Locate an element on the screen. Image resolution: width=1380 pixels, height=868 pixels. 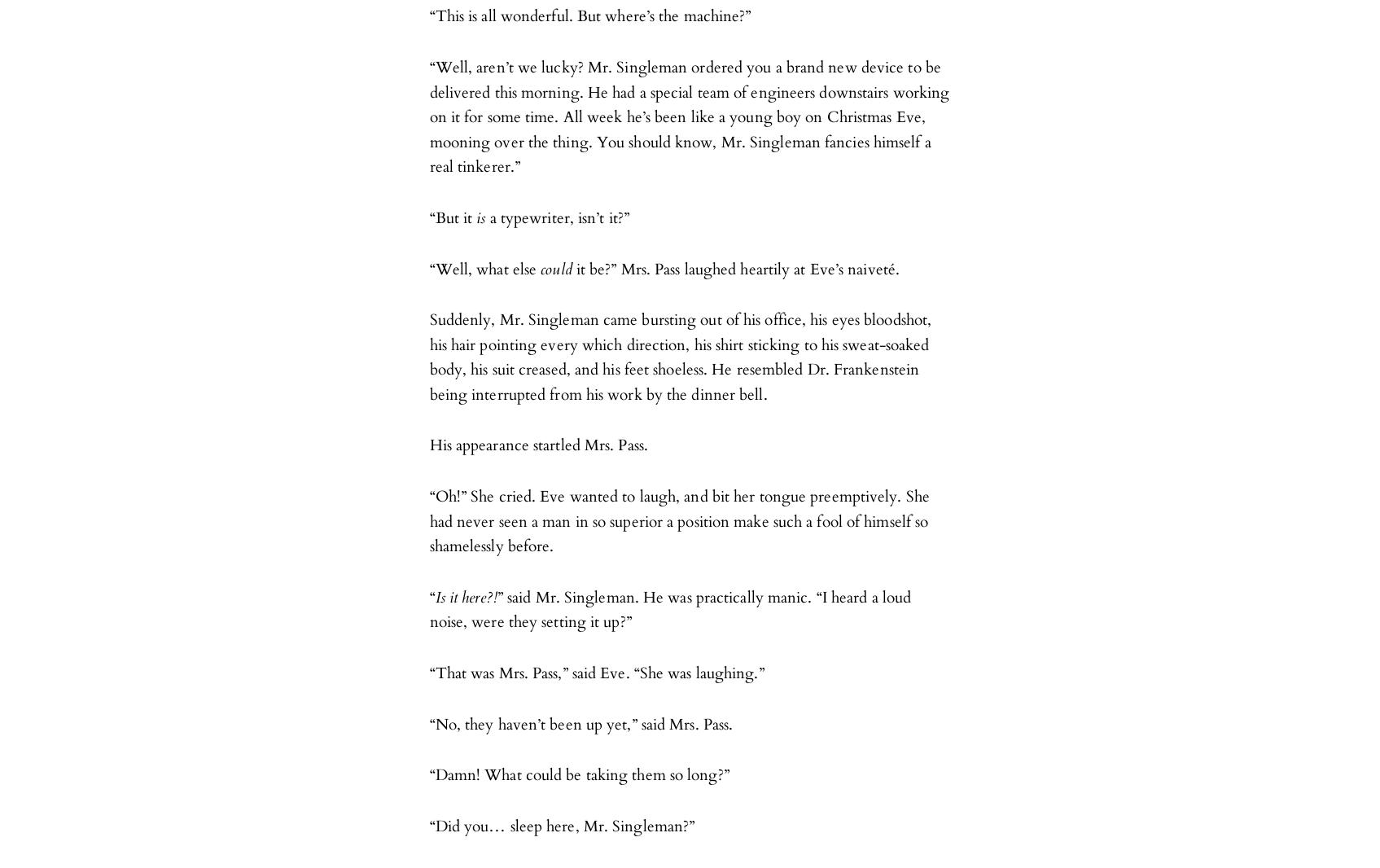
'” said Mr. Singleman. He was practically manic. “I heard a loud noise, were they setting it up?”' is located at coordinates (669, 608).